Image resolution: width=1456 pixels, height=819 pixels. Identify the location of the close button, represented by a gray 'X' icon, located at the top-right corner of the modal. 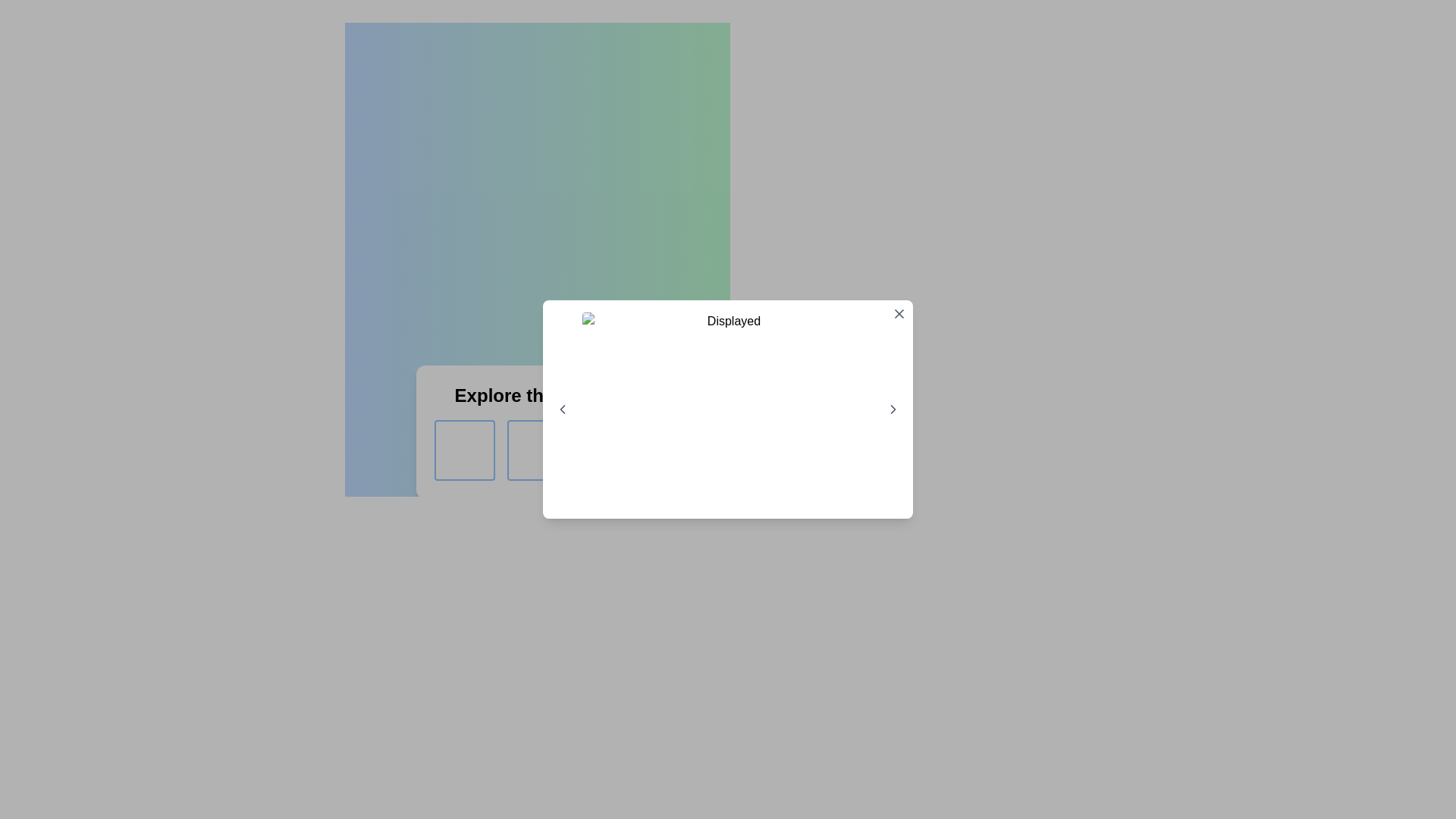
(899, 312).